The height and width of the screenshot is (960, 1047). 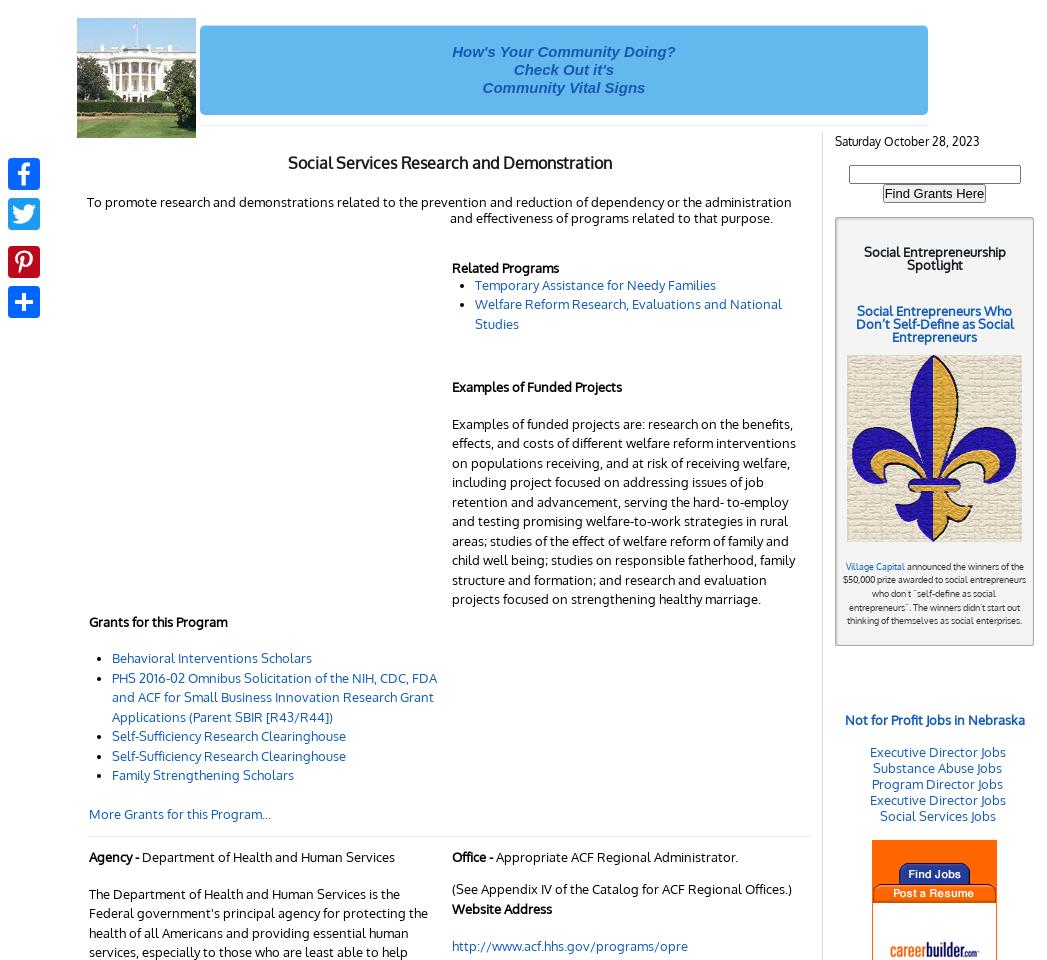 I want to click on 'Check Out it's', so click(x=563, y=68).